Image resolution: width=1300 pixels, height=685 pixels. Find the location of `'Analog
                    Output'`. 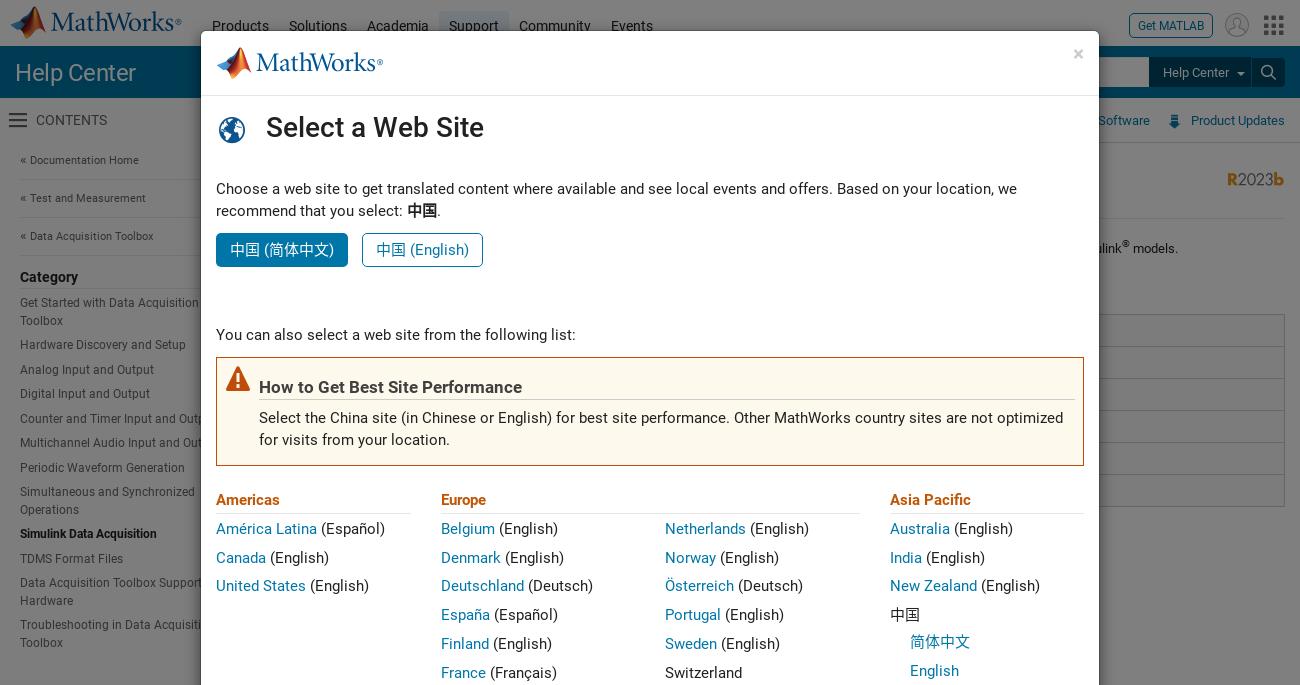

'Analog
                    Output' is located at coordinates (344, 362).